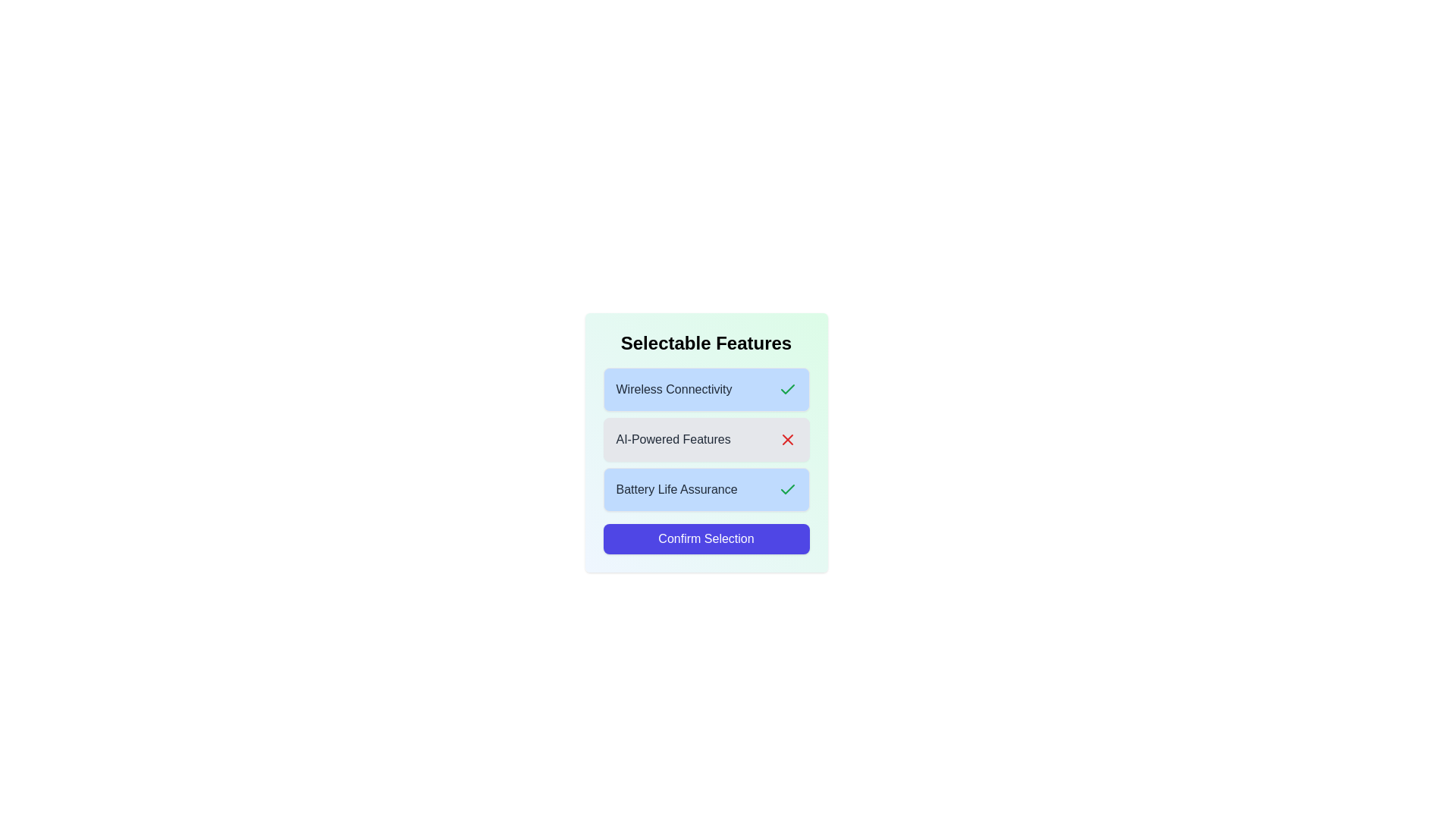 Image resolution: width=1456 pixels, height=819 pixels. Describe the element at coordinates (705, 538) in the screenshot. I see `the rectangular button labeled 'Confirm Selection' with a purple background, located at the bottom of the 'Selectable Features' section` at that location.